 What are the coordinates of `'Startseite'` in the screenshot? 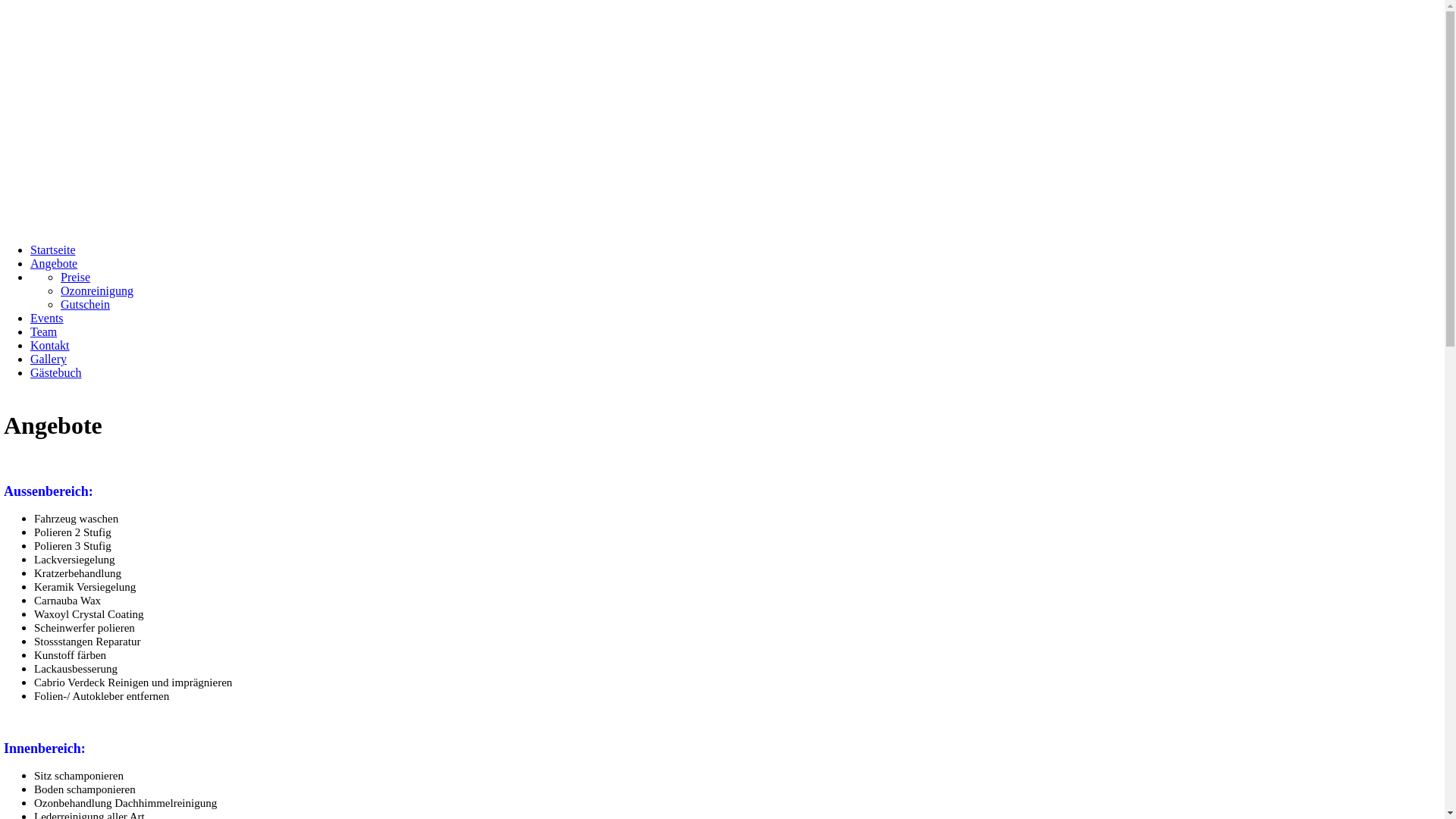 It's located at (53, 249).